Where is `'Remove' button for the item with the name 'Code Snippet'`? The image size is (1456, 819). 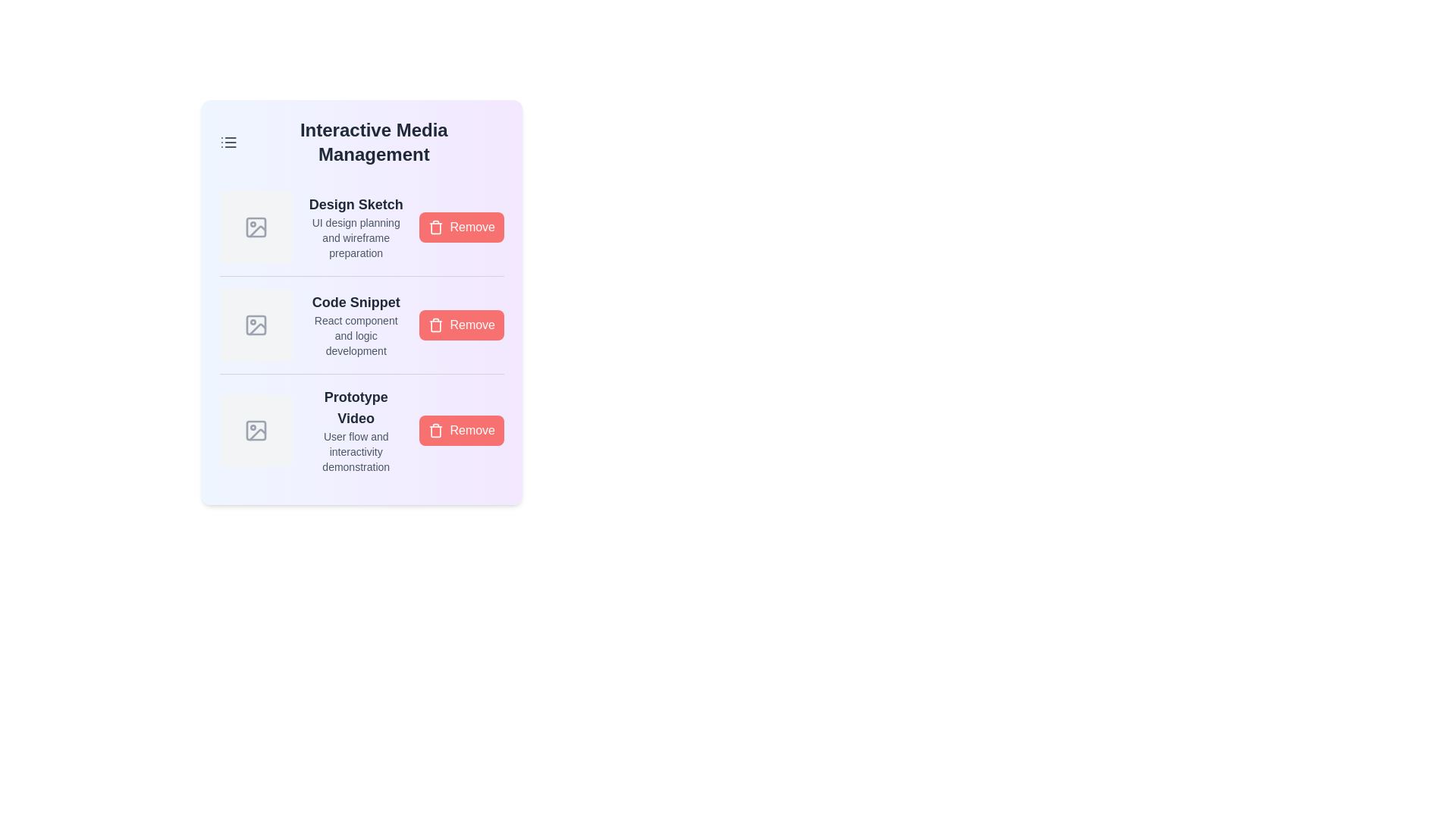 'Remove' button for the item with the name 'Code Snippet' is located at coordinates (461, 324).